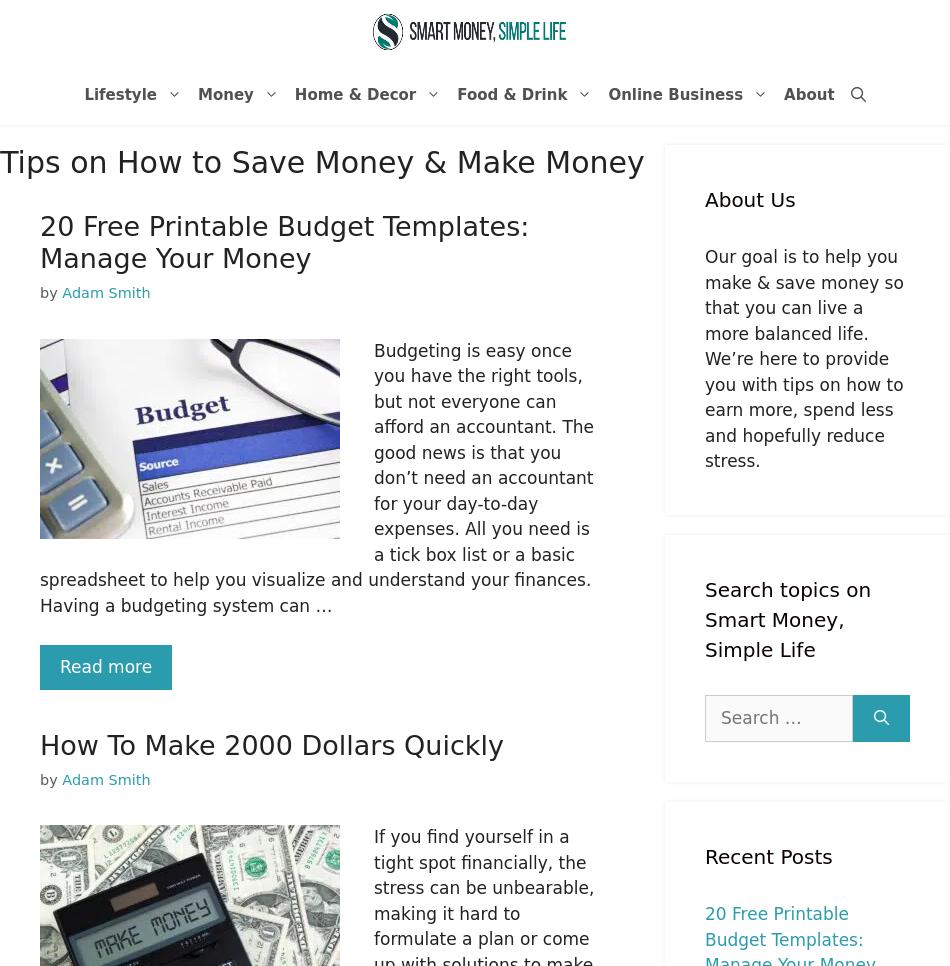 The height and width of the screenshot is (966, 950). What do you see at coordinates (320, 161) in the screenshot?
I see `'Tips on How to Save Money & Make Money'` at bounding box center [320, 161].